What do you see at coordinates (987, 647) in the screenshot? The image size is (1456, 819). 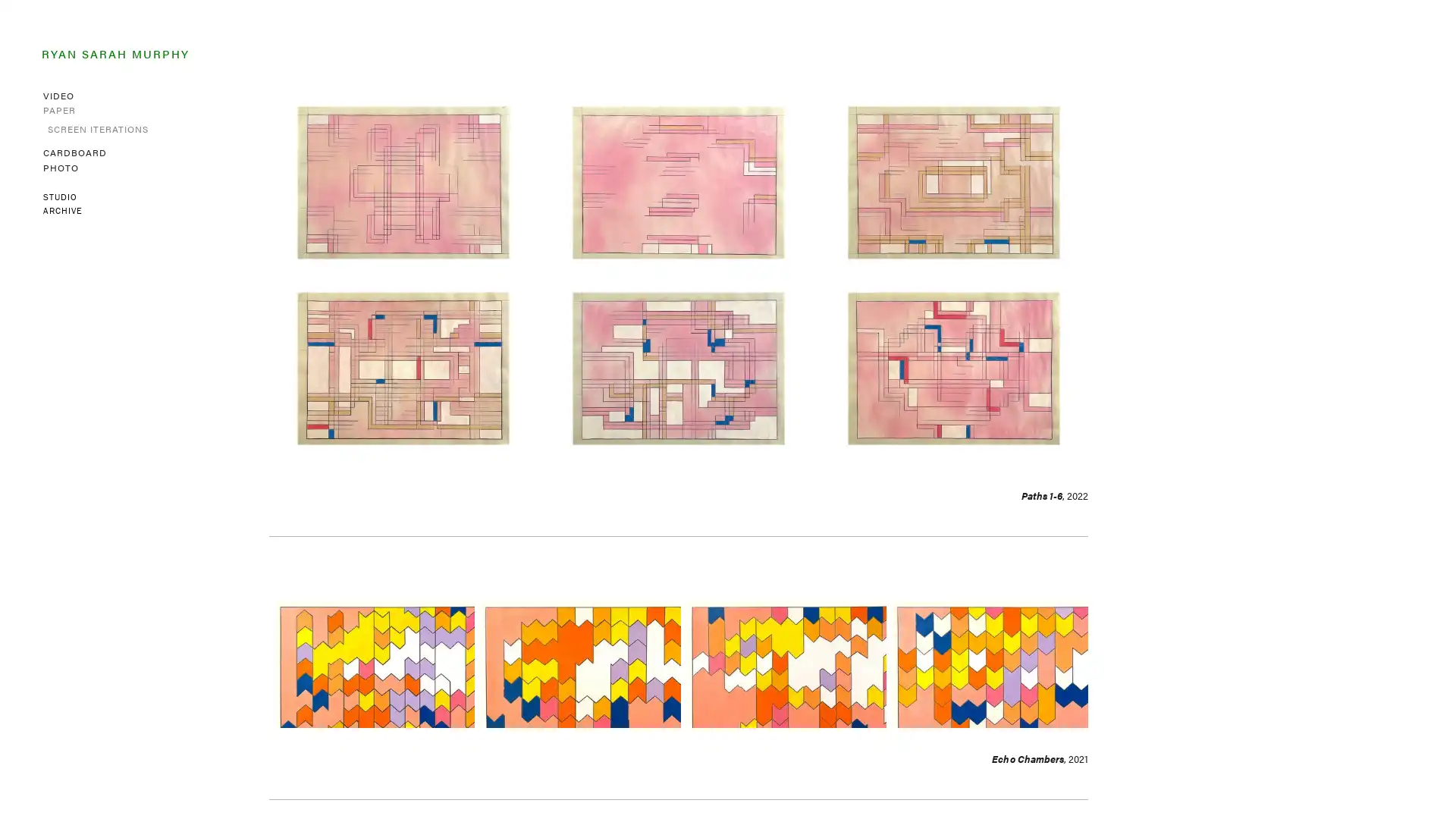 I see `View fullsize Echo Chamber 4 , 2021 Acrylic and graphite on paper 8 x 14 inches` at bounding box center [987, 647].